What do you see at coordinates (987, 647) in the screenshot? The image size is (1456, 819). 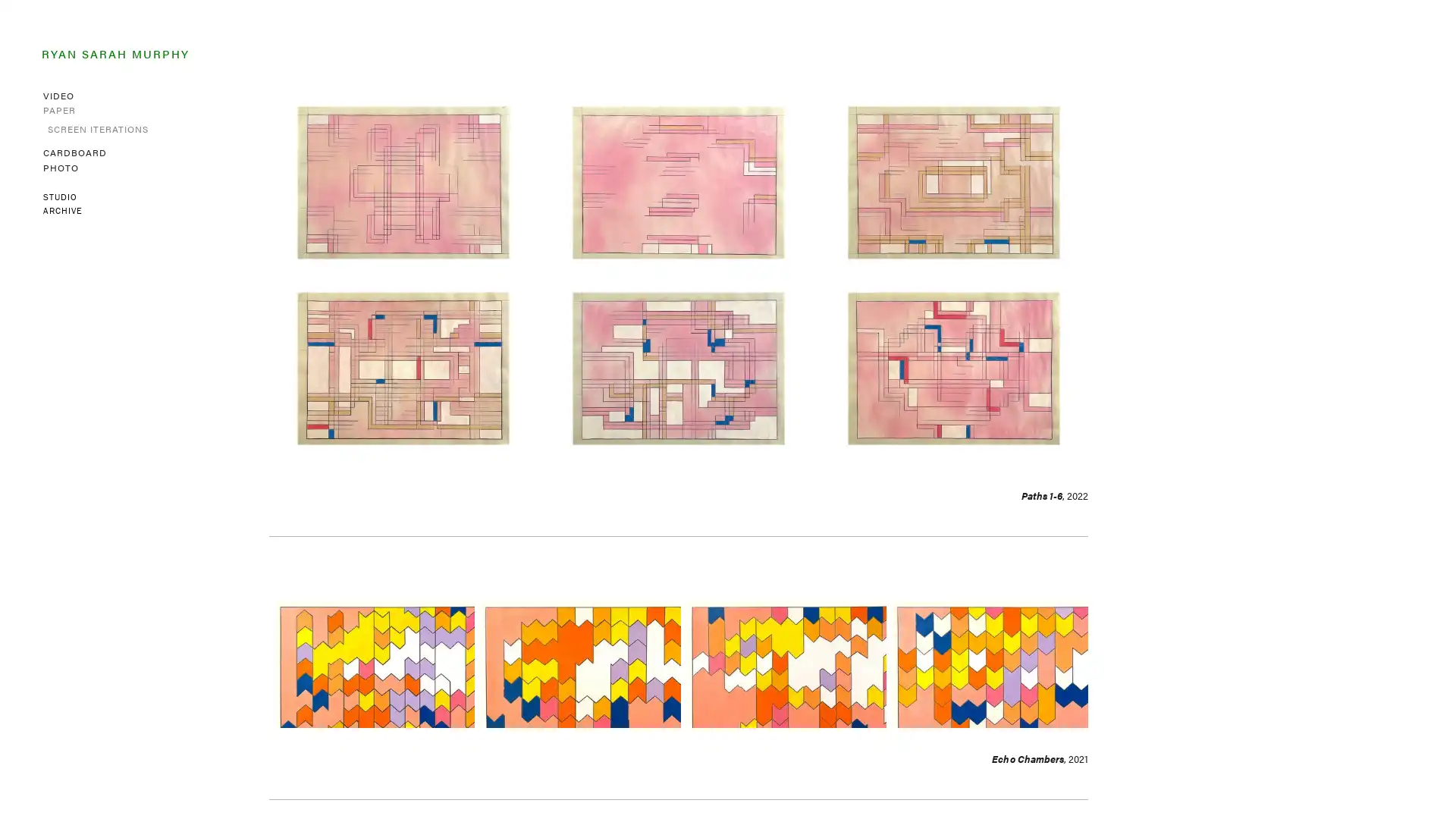 I see `View fullsize Echo Chamber 4 , 2021 Acrylic and graphite on paper 8 x 14 inches` at bounding box center [987, 647].